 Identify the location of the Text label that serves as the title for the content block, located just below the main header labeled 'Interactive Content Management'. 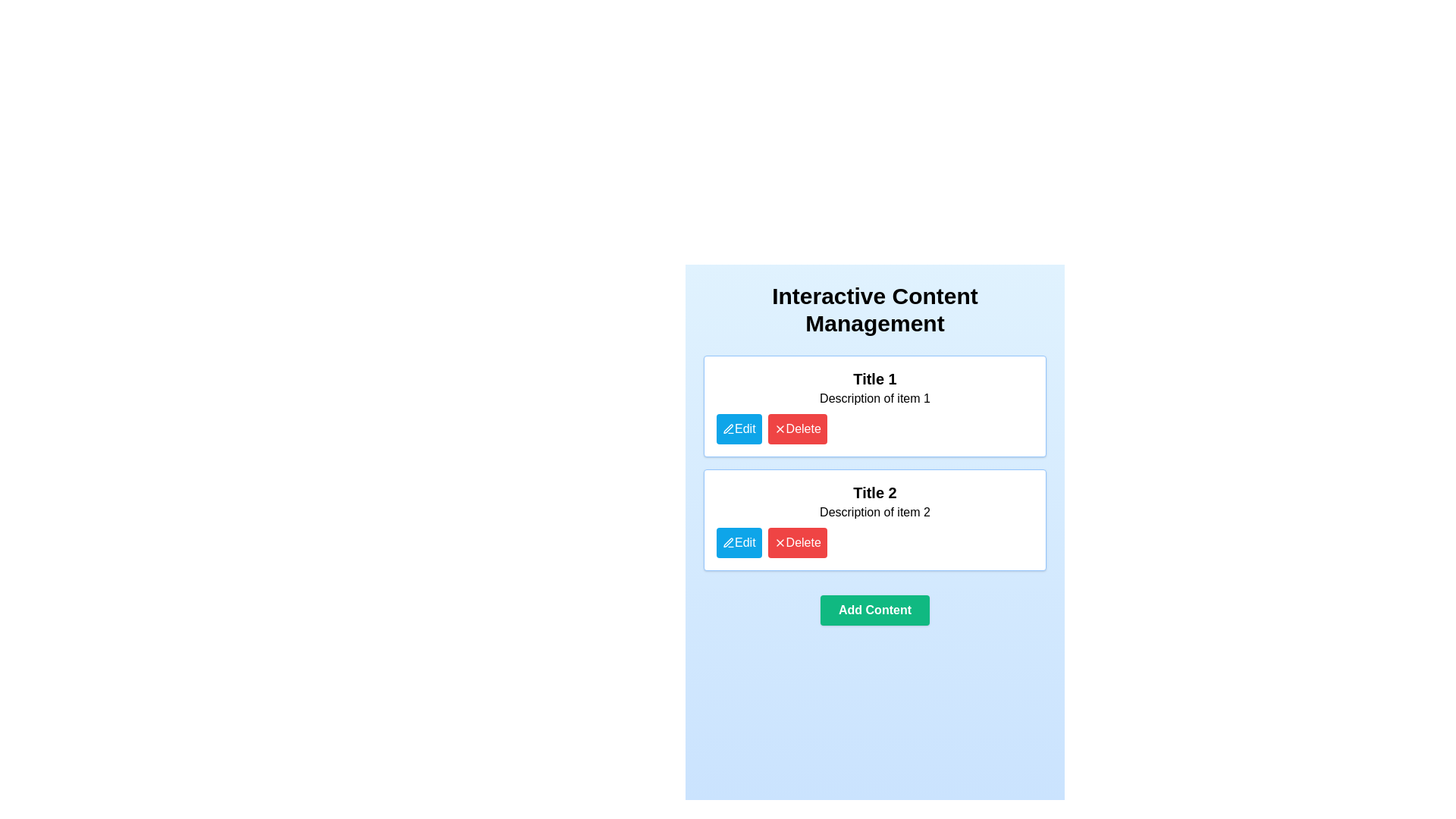
(874, 378).